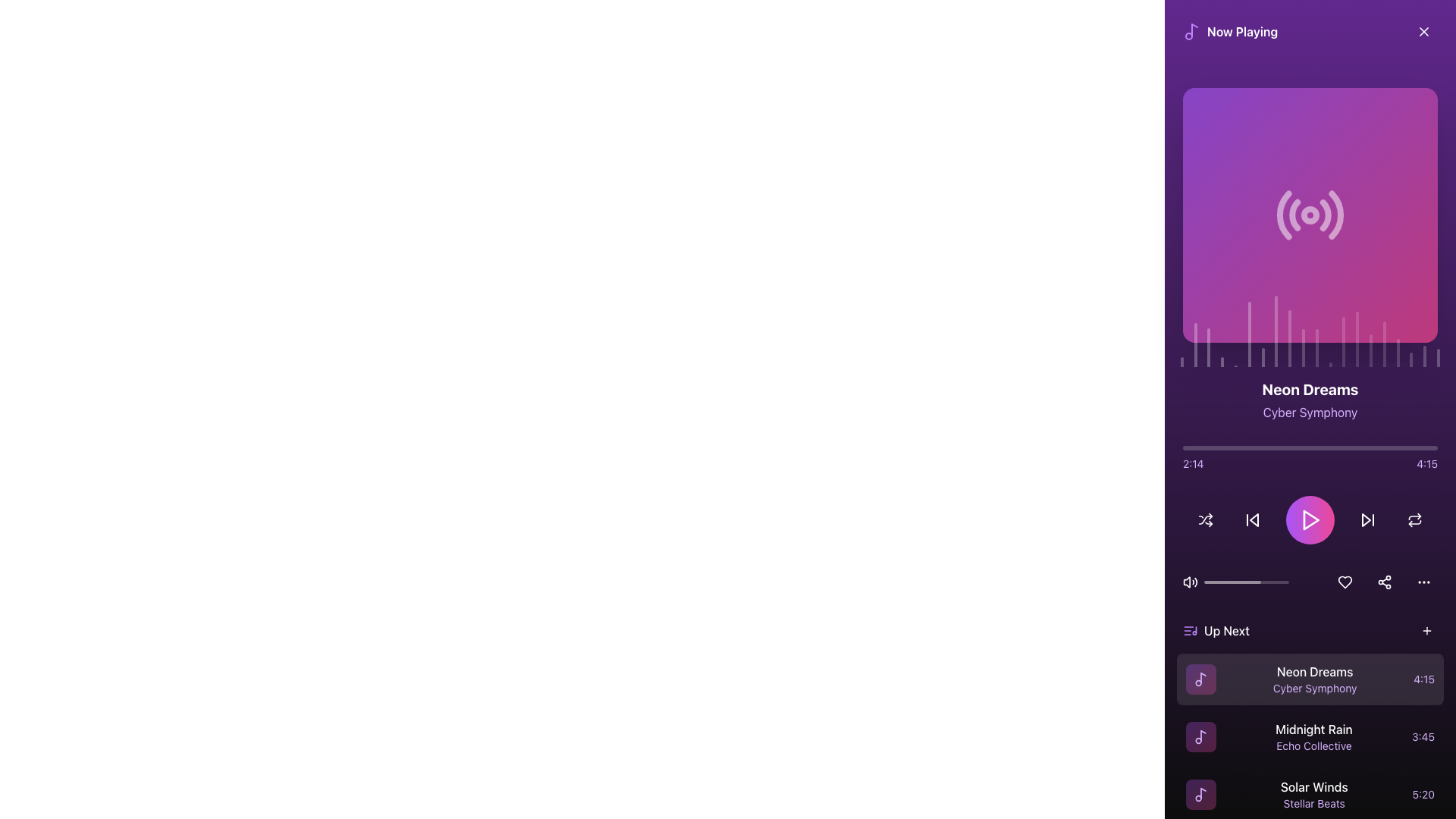 Image resolution: width=1456 pixels, height=819 pixels. Describe the element at coordinates (1384, 581) in the screenshot. I see `the share icon button located near the bottom-right side of the panel interface to initiate sharing of the currently playing media` at that location.